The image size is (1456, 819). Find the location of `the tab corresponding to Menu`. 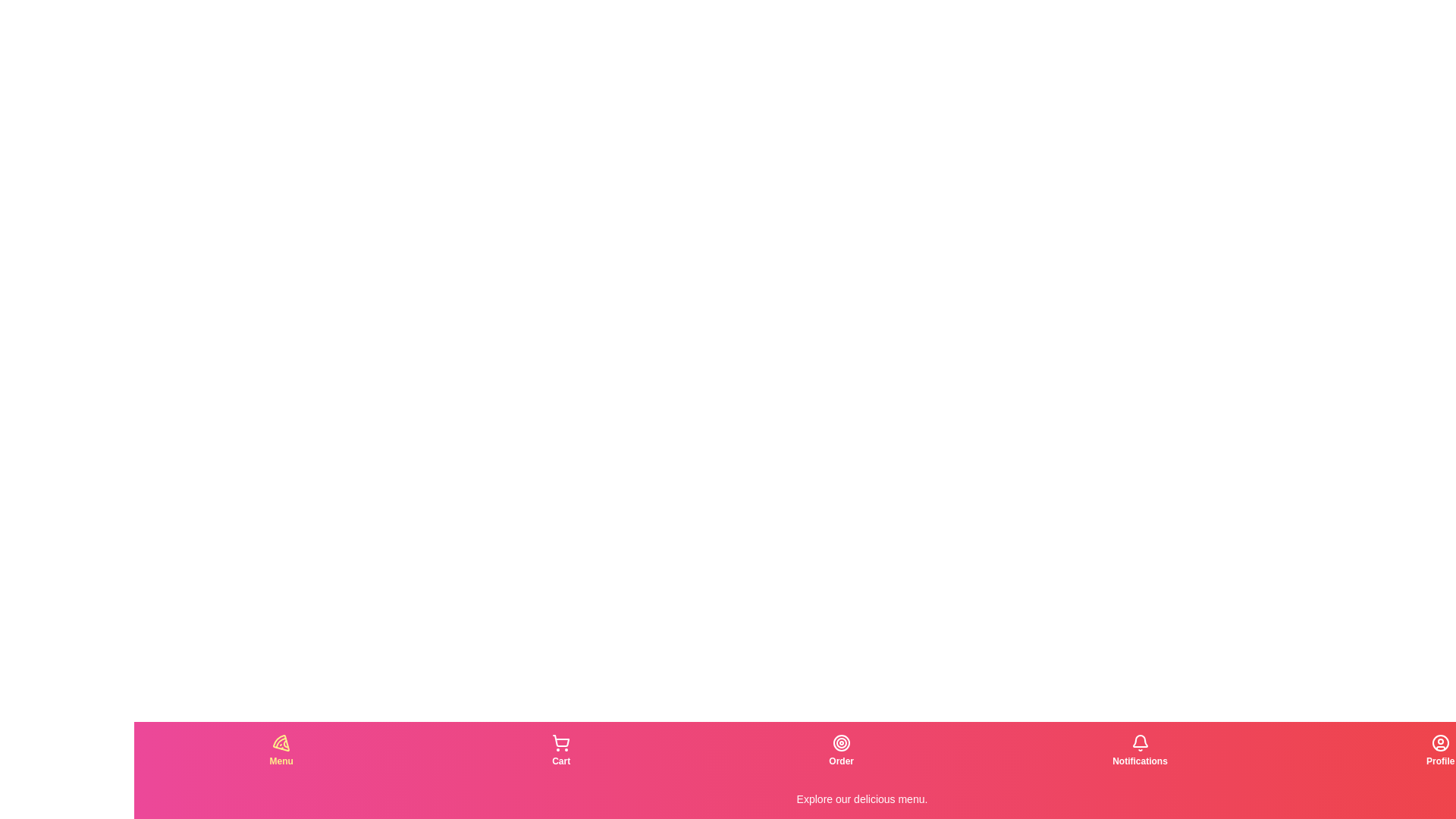

the tab corresponding to Menu is located at coordinates (281, 751).